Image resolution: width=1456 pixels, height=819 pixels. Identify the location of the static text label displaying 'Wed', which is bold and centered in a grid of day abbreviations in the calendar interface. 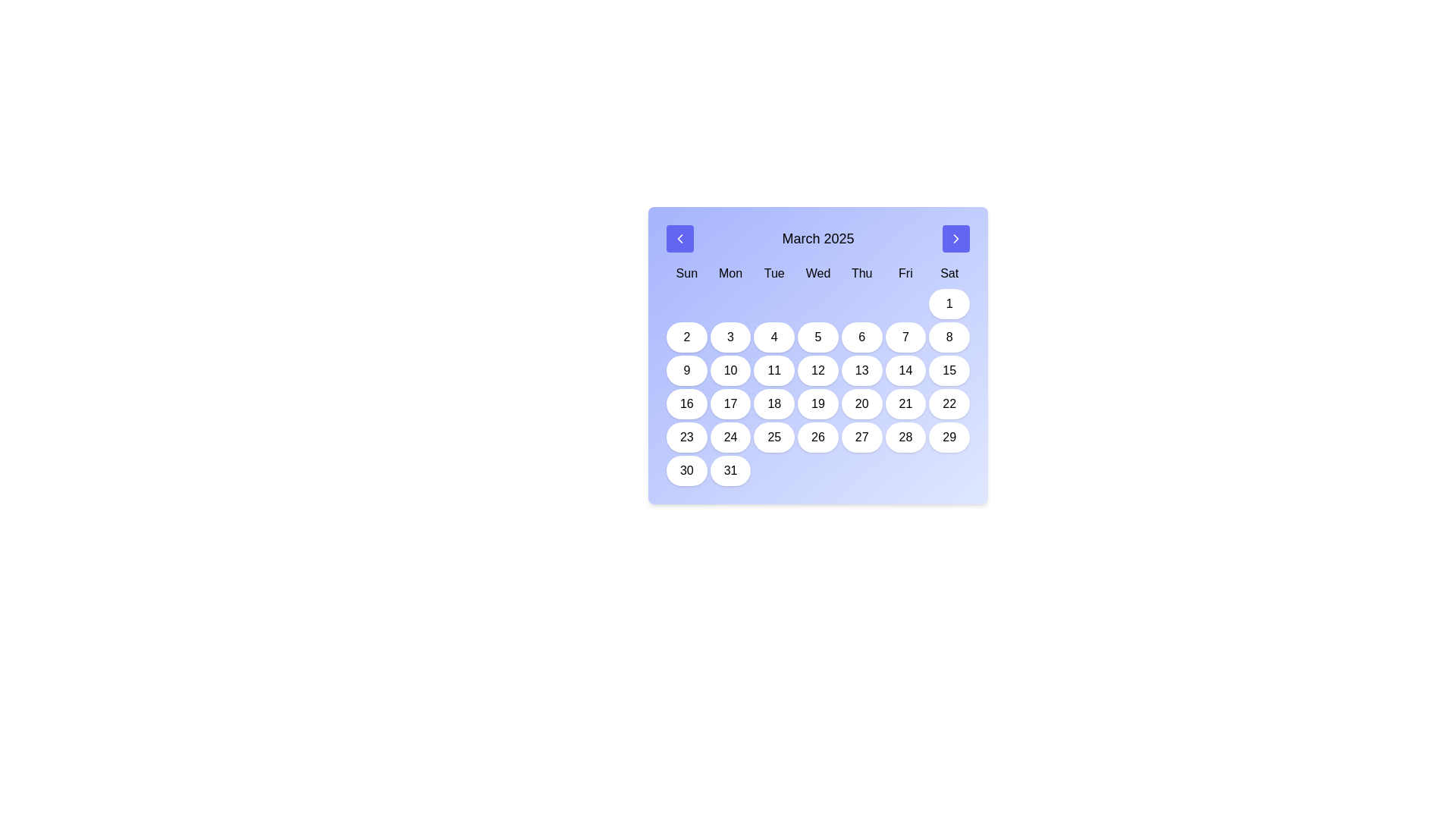
(817, 274).